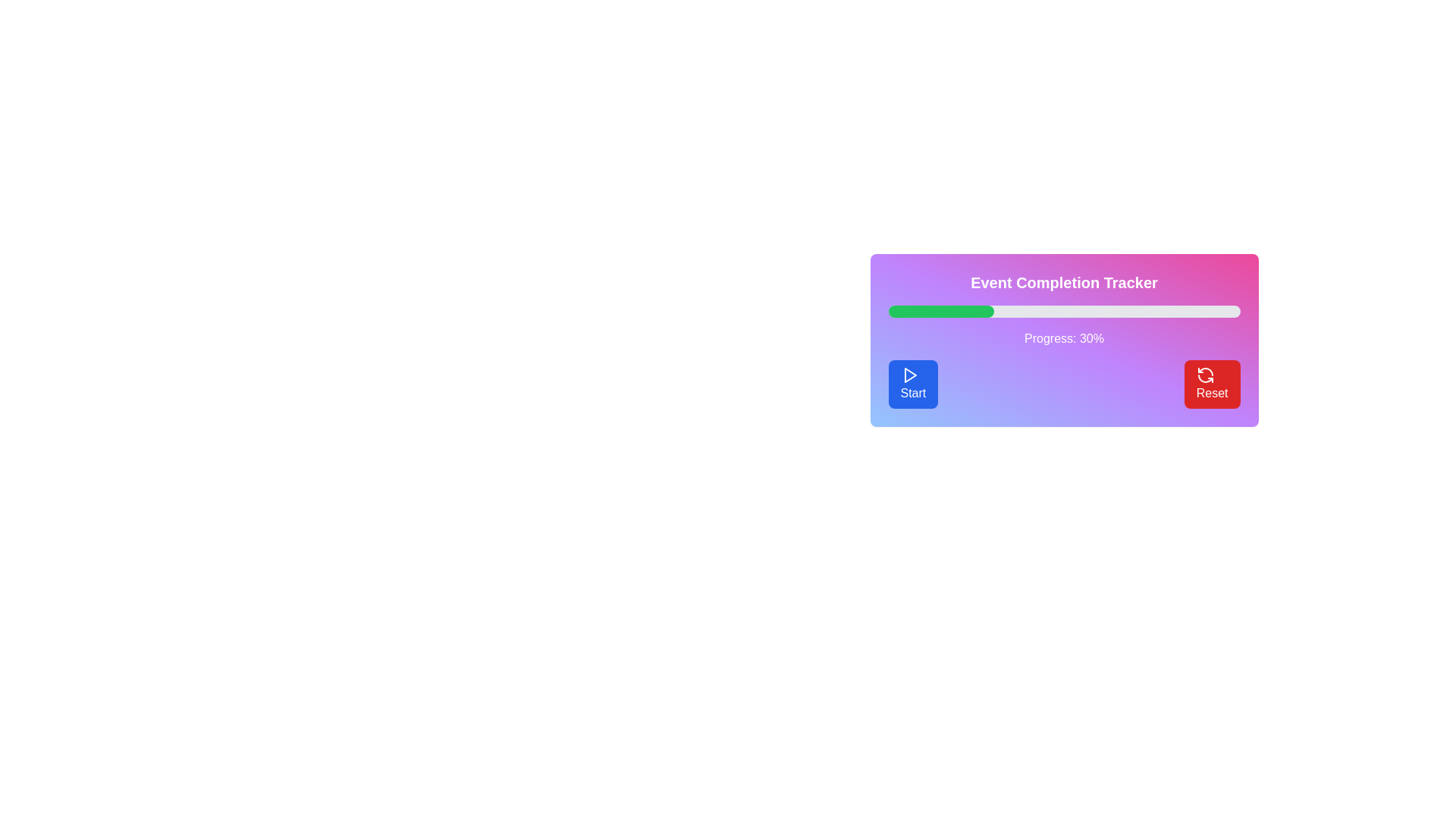 This screenshot has height=819, width=1456. Describe the element at coordinates (1063, 338) in the screenshot. I see `the text label displaying the progress percentage within the 'Event Completion Tracker' card` at that location.